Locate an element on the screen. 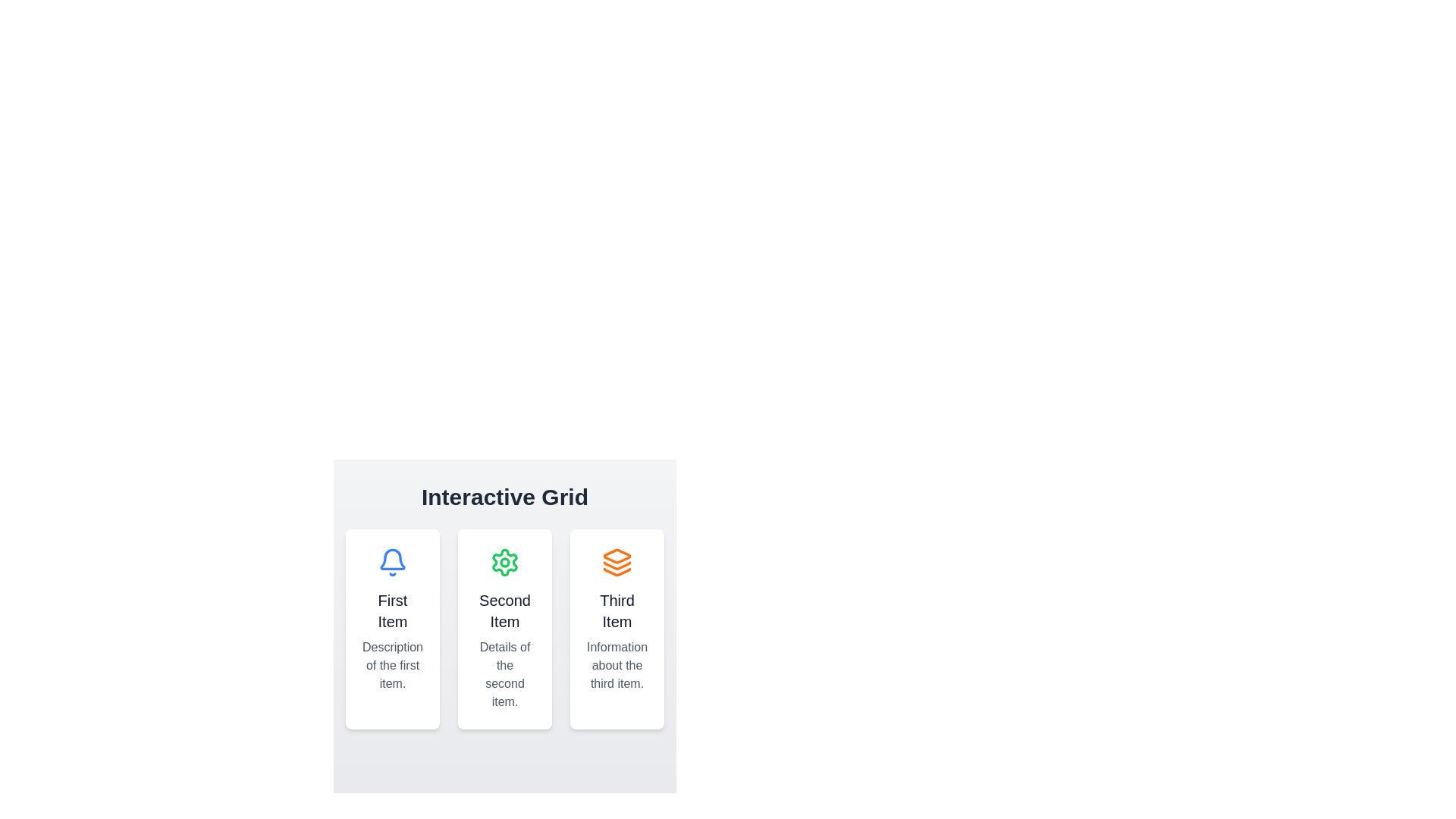  the gear icon in the central area of the second card labeled 'Second Item' is located at coordinates (505, 562).